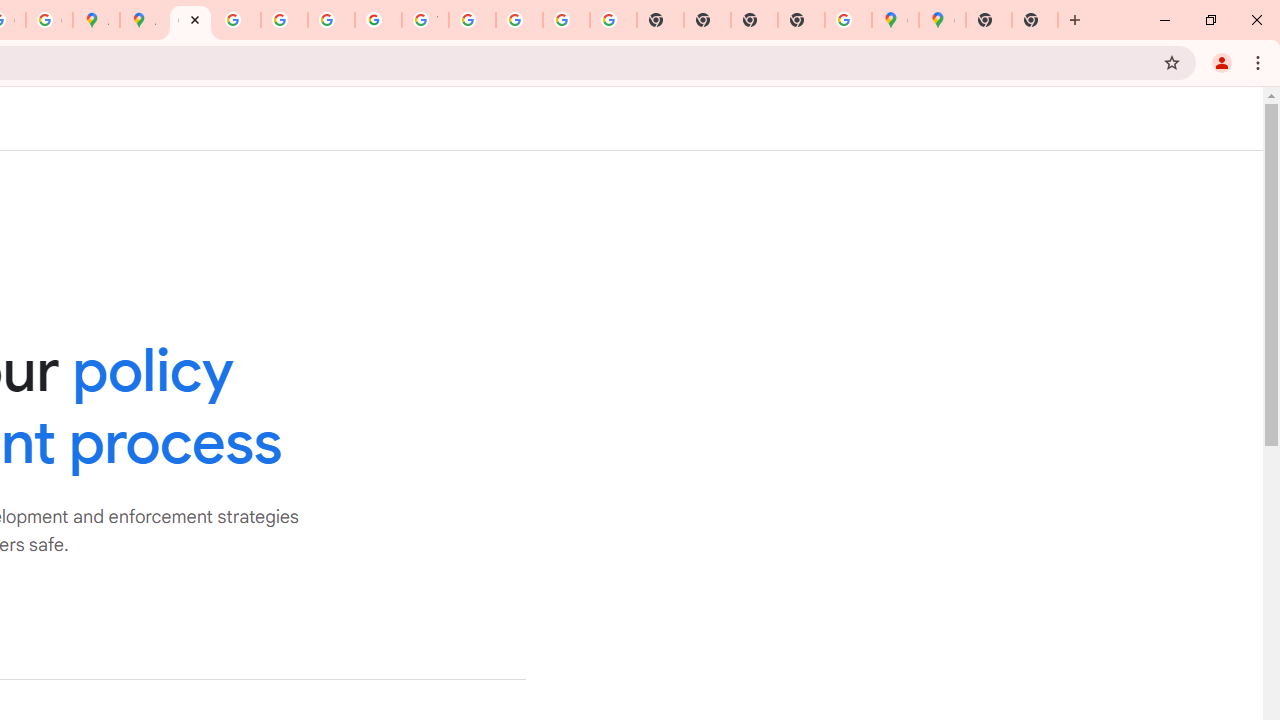 Image resolution: width=1280 pixels, height=720 pixels. Describe the element at coordinates (848, 20) in the screenshot. I see `'Use Google Maps in Space - Google Maps Help'` at that location.